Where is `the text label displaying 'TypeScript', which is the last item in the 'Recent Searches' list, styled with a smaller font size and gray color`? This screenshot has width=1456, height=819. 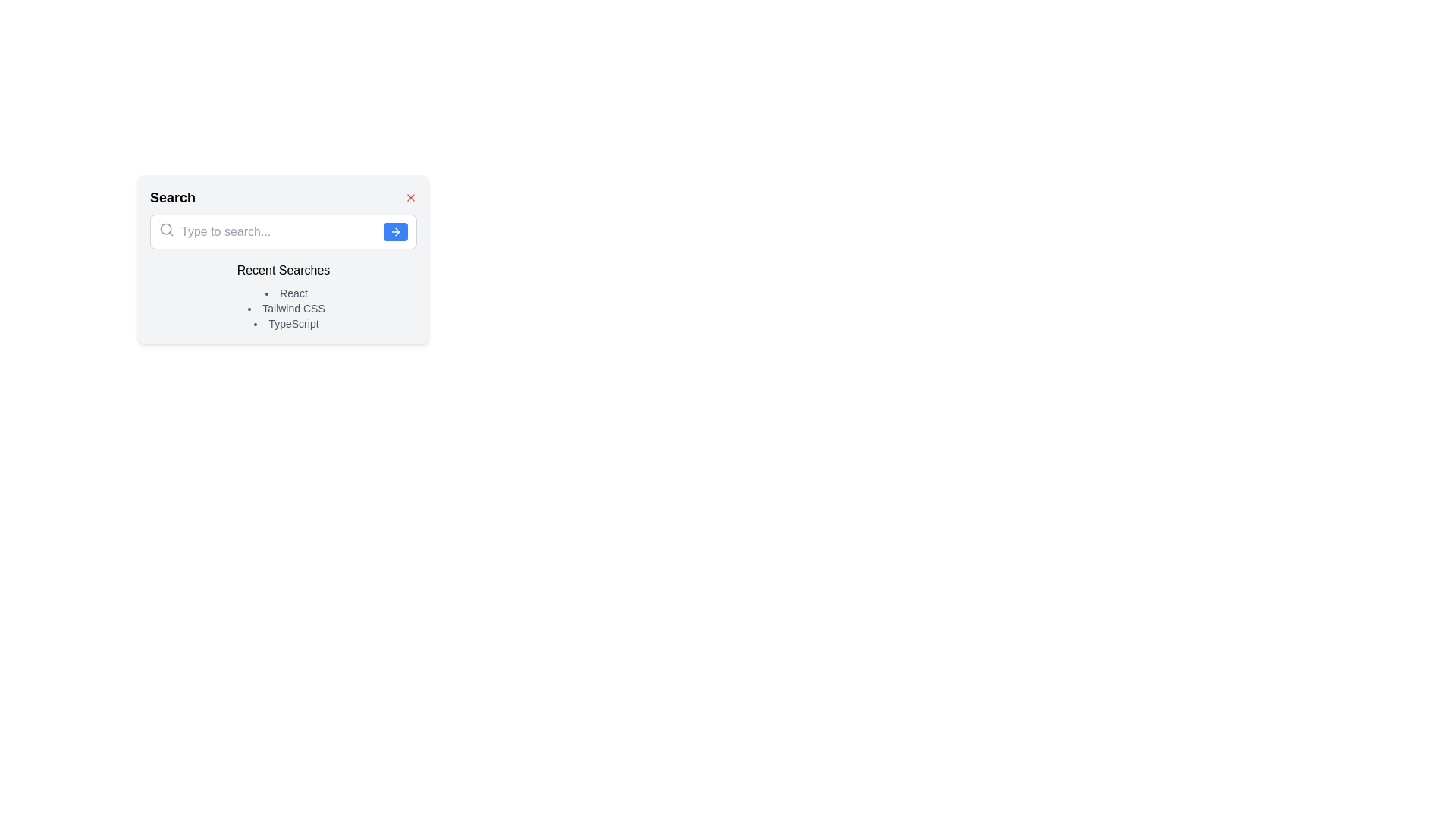 the text label displaying 'TypeScript', which is the last item in the 'Recent Searches' list, styled with a smaller font size and gray color is located at coordinates (287, 323).